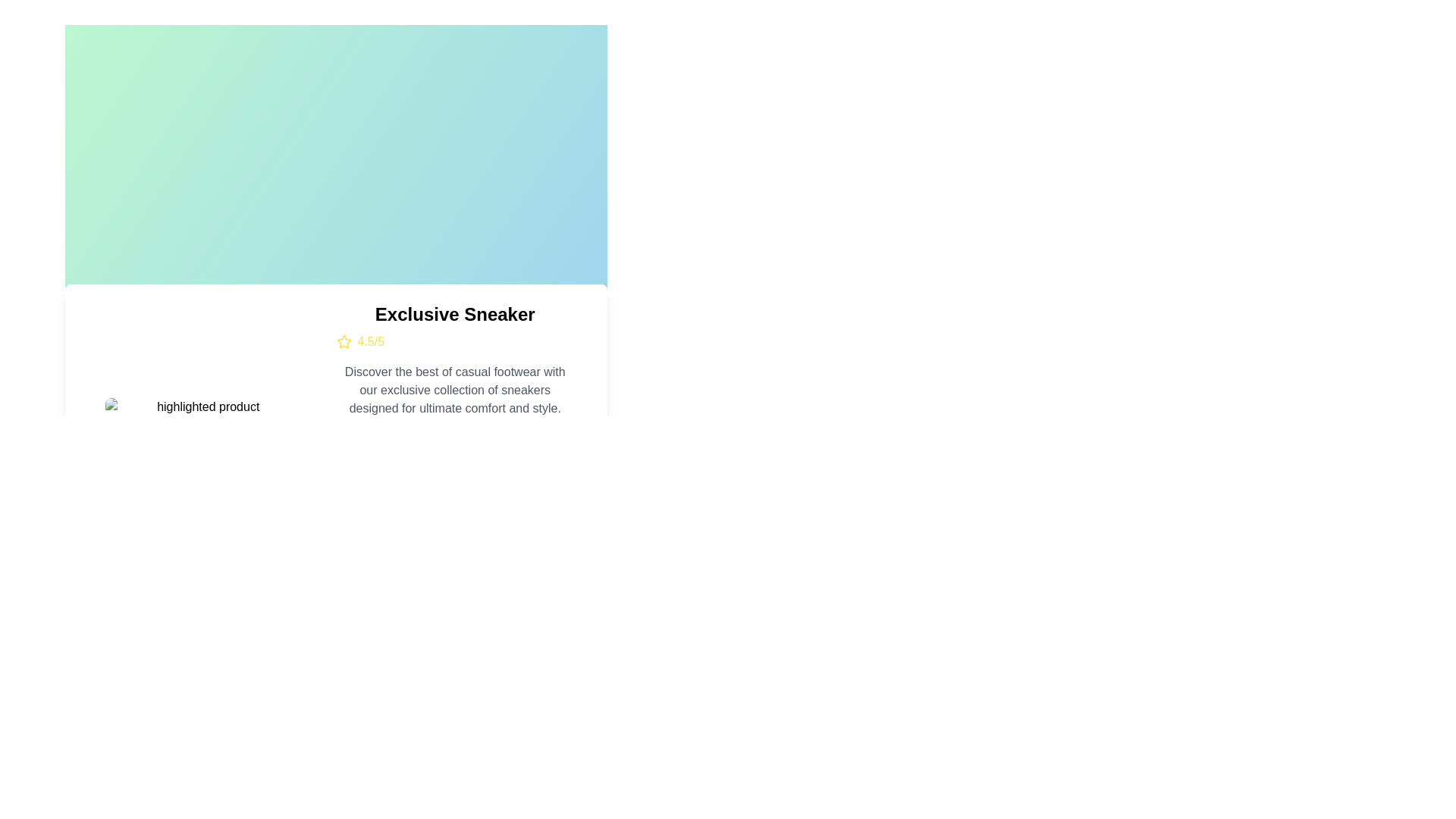  What do you see at coordinates (454, 390) in the screenshot?
I see `paragraph text in gray color that provides a description related to casual footwear and sneakers, located below the heading 'Exclusive Sneaker' and rating '4.5/5'` at bounding box center [454, 390].